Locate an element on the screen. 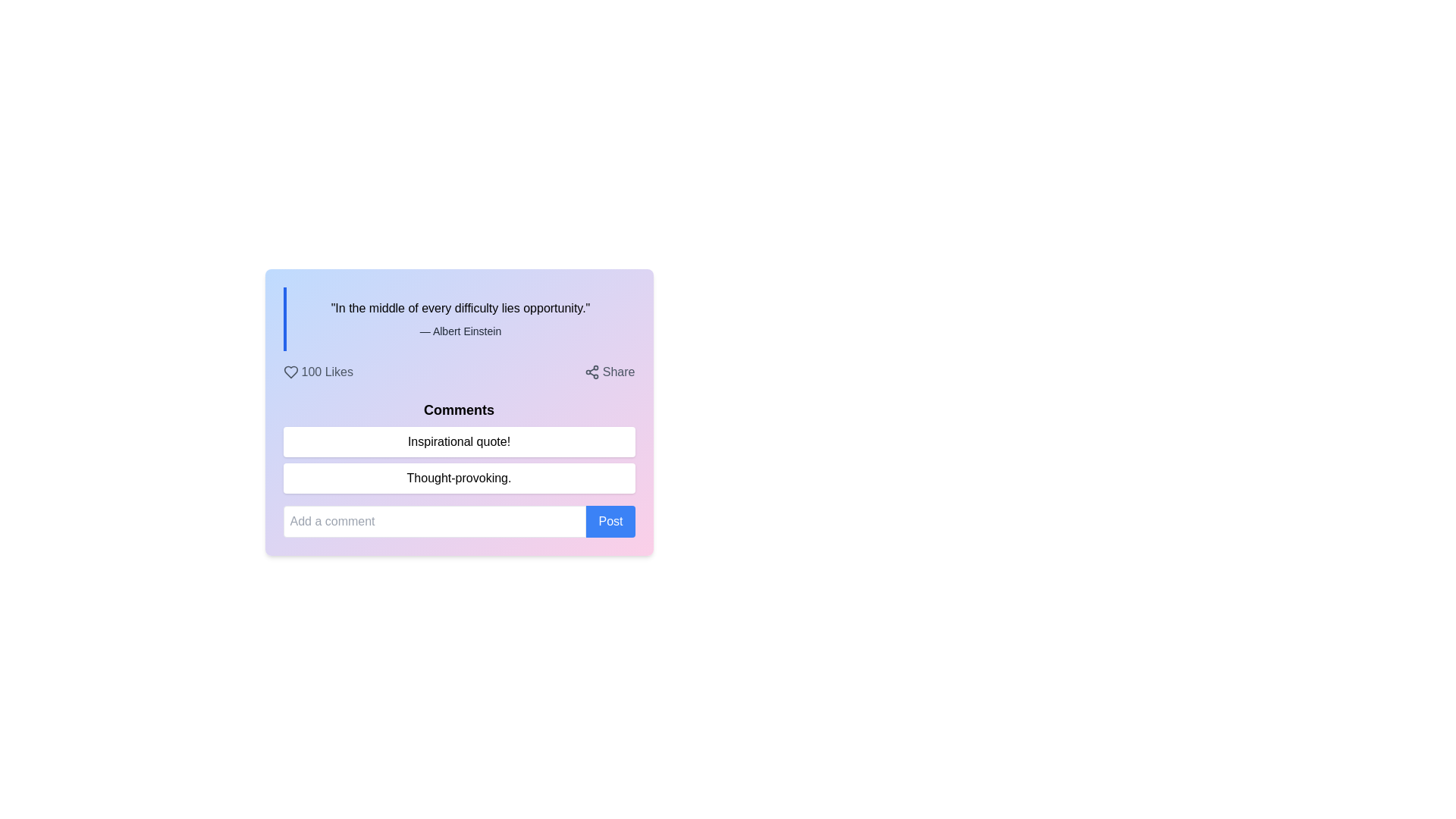 The width and height of the screenshot is (1456, 819). the button located at the far right of the comment section is located at coordinates (610, 520).